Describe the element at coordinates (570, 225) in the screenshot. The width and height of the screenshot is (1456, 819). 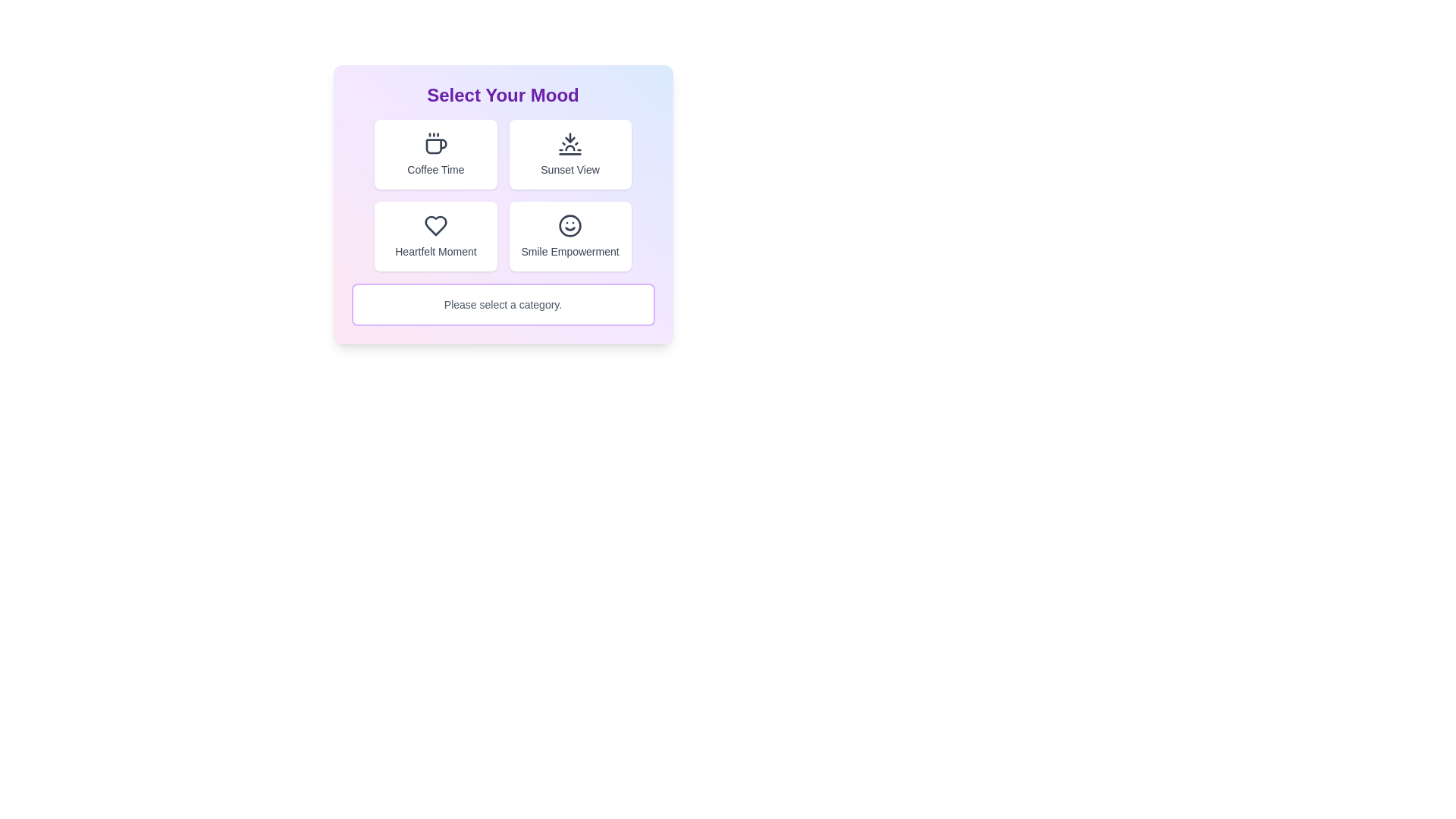
I see `the 'Smile Empowerment' button represented by the graphic circle located in the lower right of the 'Select Your Mood' panel` at that location.